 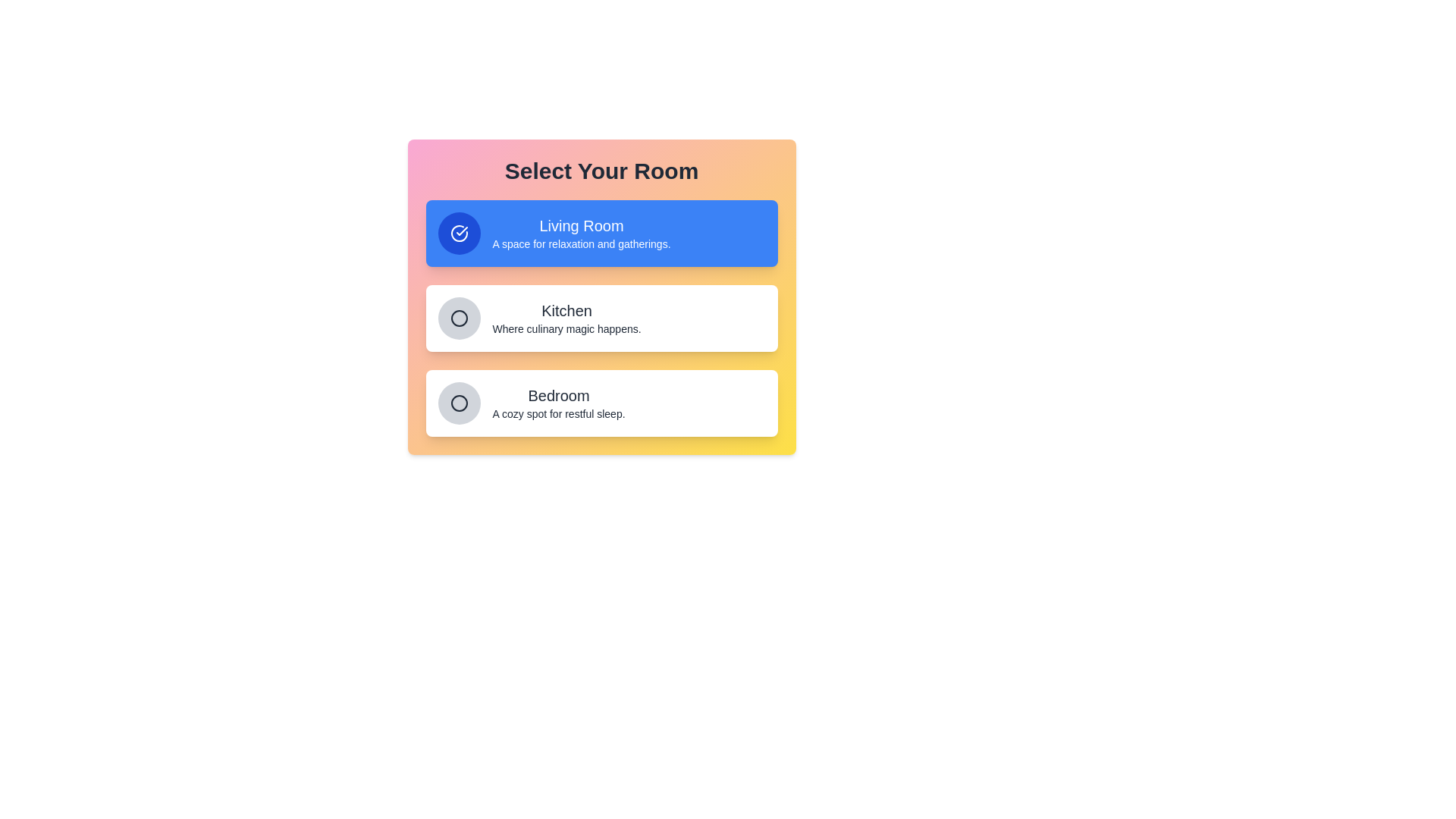 I want to click on the descriptive text label for the 'Living Room' option in the 'Select Your Room' interface panel to emphasize it, so click(x=581, y=243).